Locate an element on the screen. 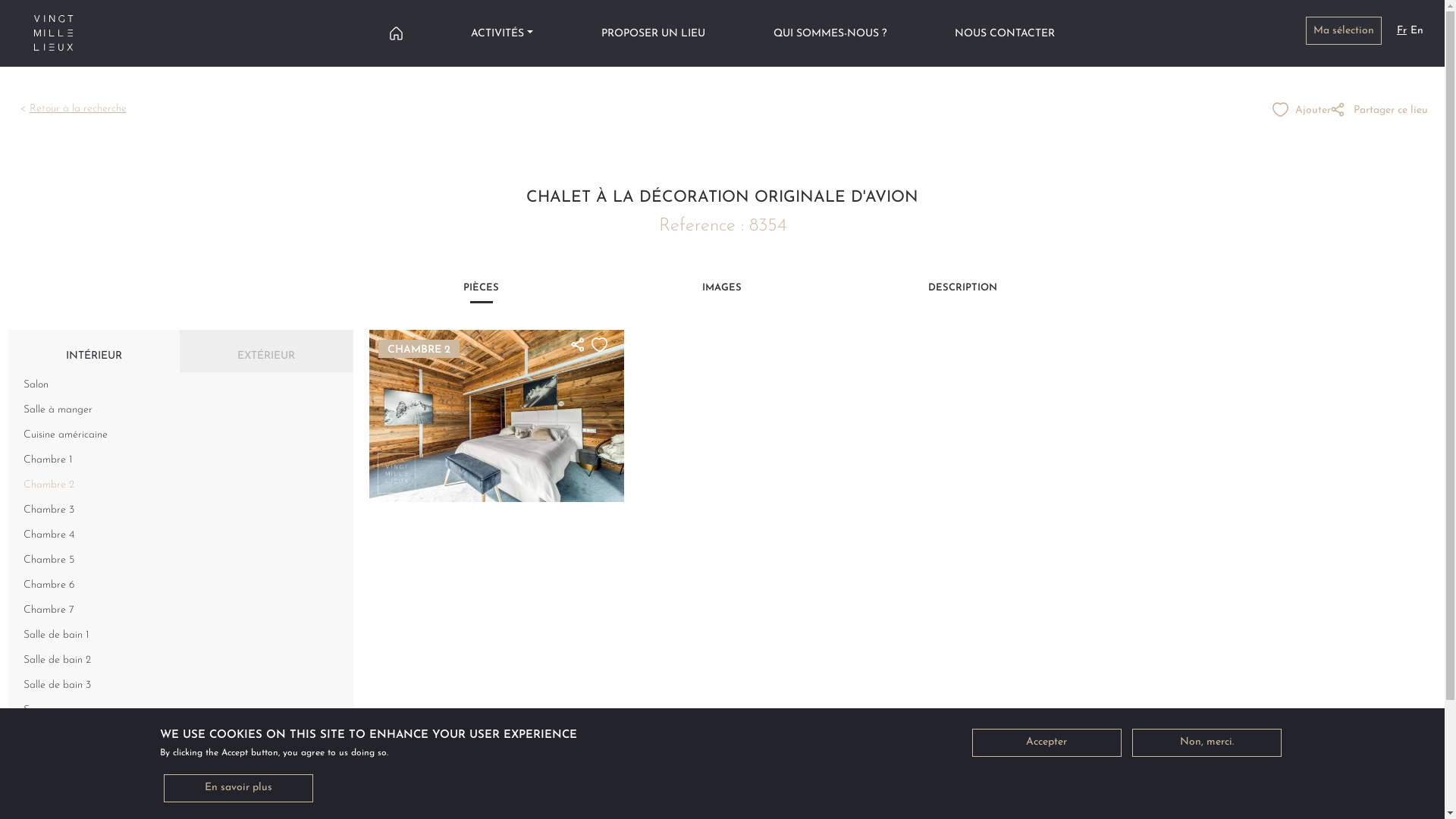  'NOUS CONTACTER' is located at coordinates (1004, 33).